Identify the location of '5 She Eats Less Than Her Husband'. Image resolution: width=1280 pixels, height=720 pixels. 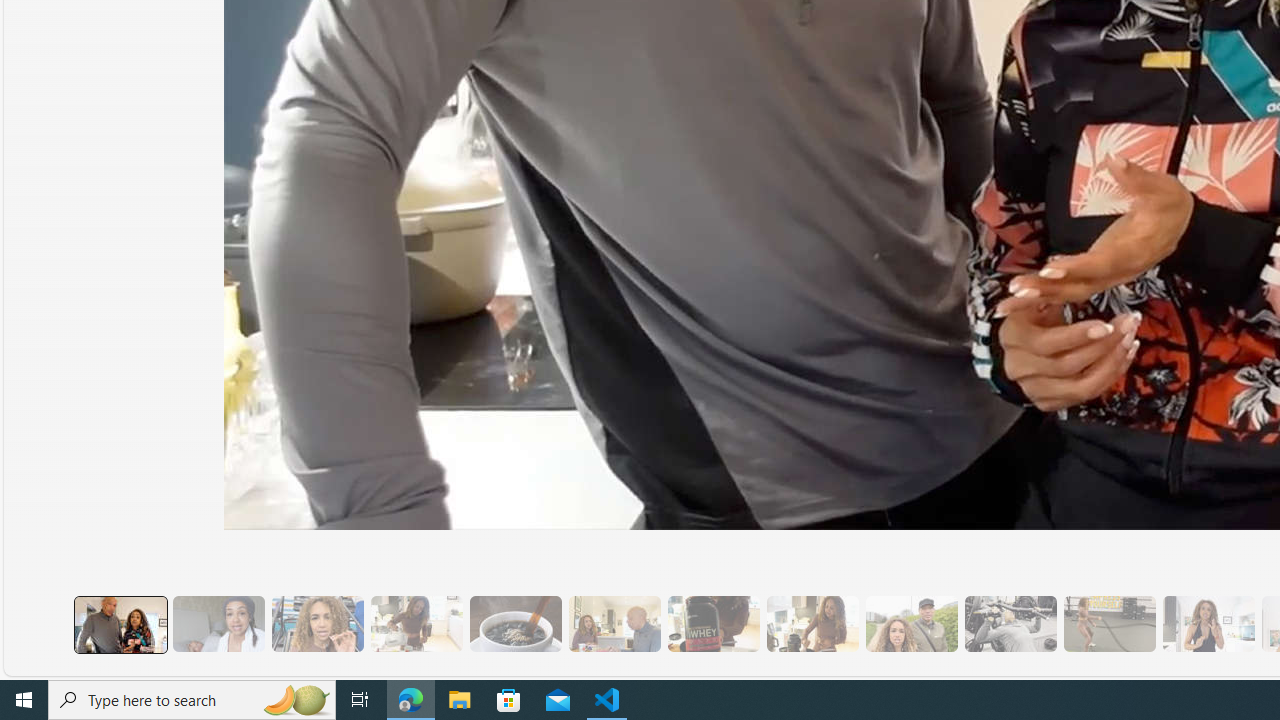
(613, 623).